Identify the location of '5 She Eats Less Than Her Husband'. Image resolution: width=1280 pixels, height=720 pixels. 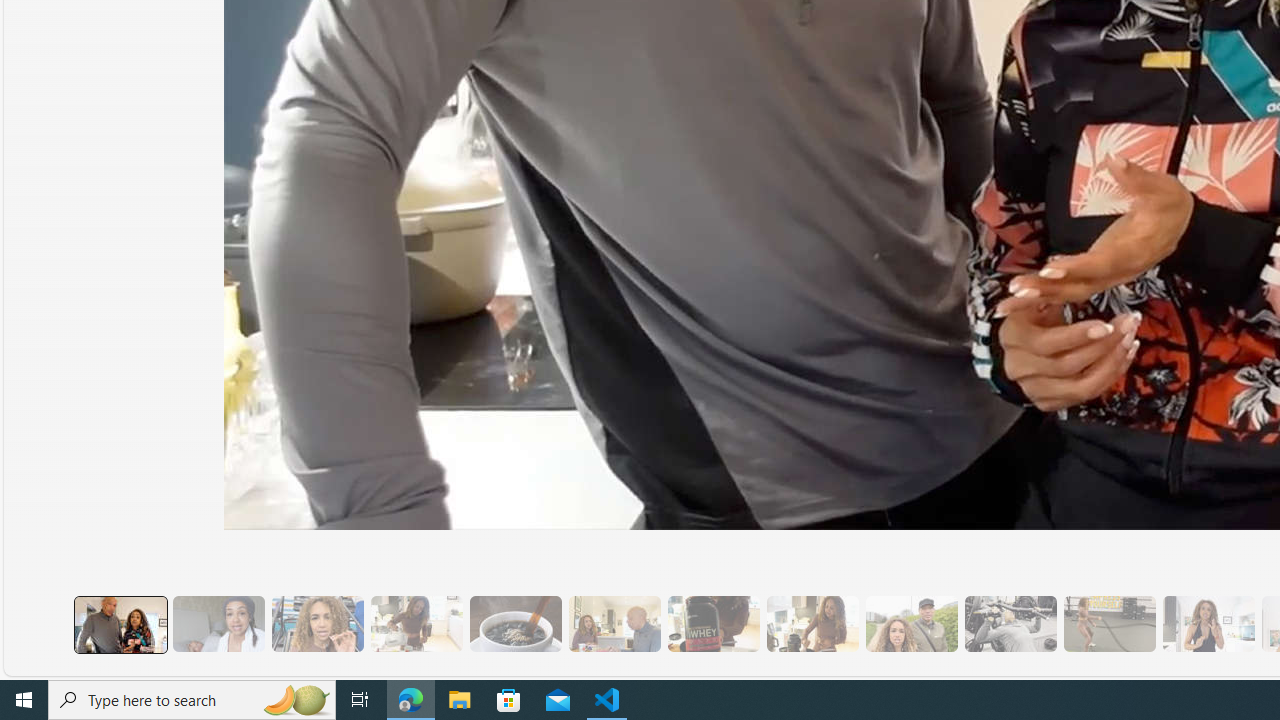
(613, 623).